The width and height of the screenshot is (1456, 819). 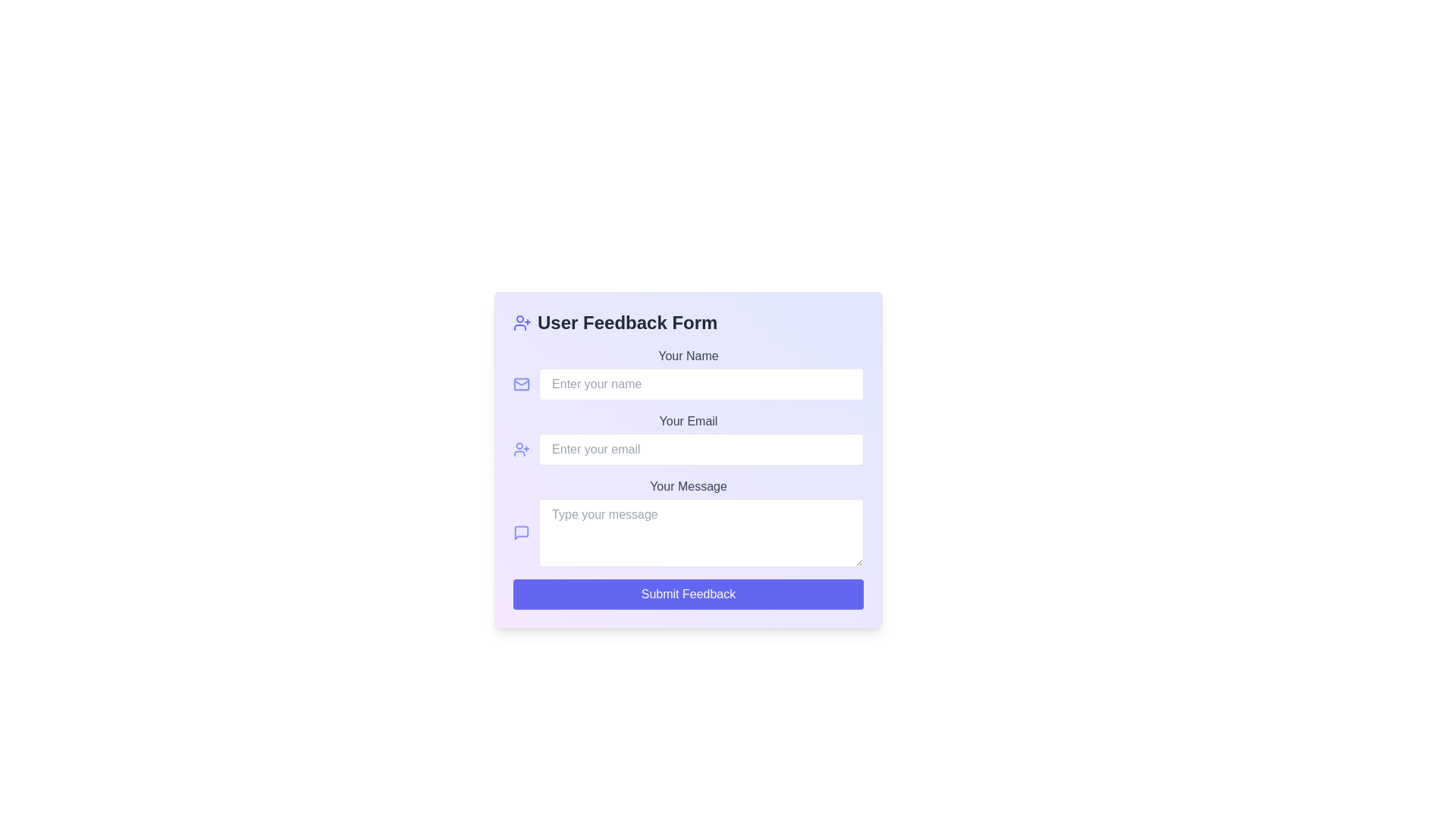 What do you see at coordinates (522, 532) in the screenshot?
I see `the speech bubble icon located to the left of the input field labeled 'Your Message'` at bounding box center [522, 532].